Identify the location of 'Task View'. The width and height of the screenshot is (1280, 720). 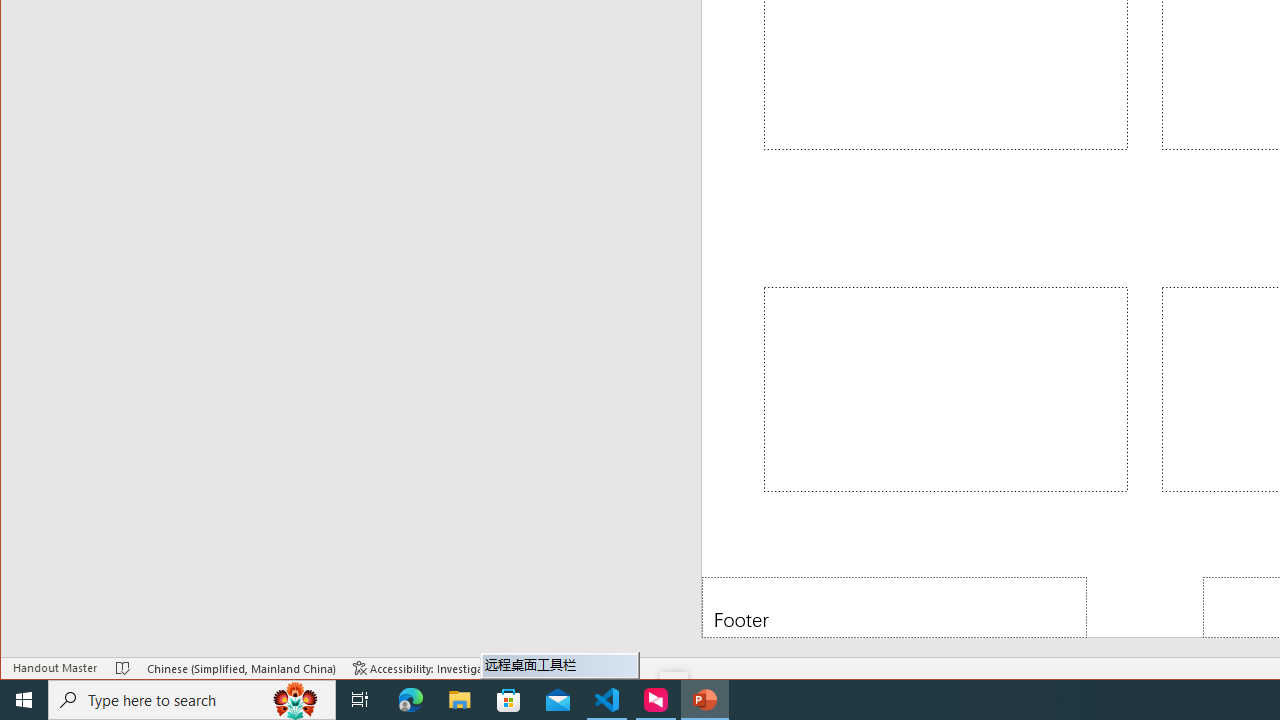
(359, 698).